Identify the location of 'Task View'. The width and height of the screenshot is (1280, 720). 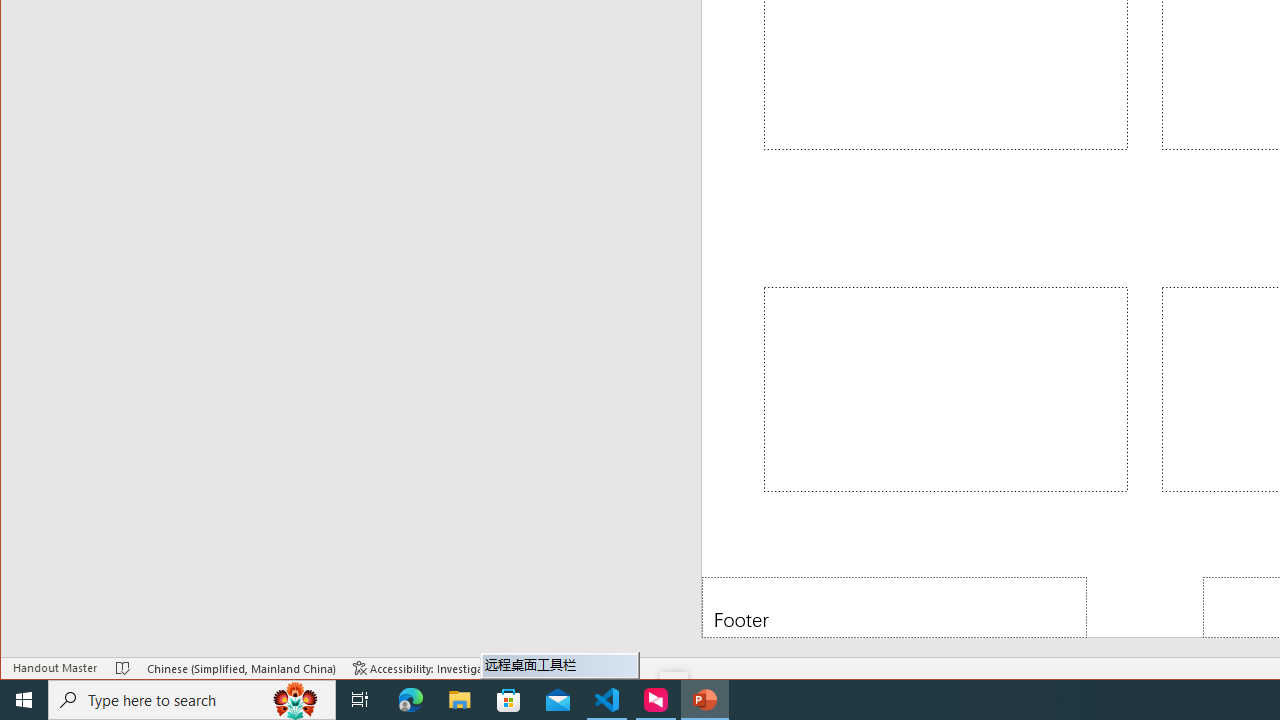
(359, 698).